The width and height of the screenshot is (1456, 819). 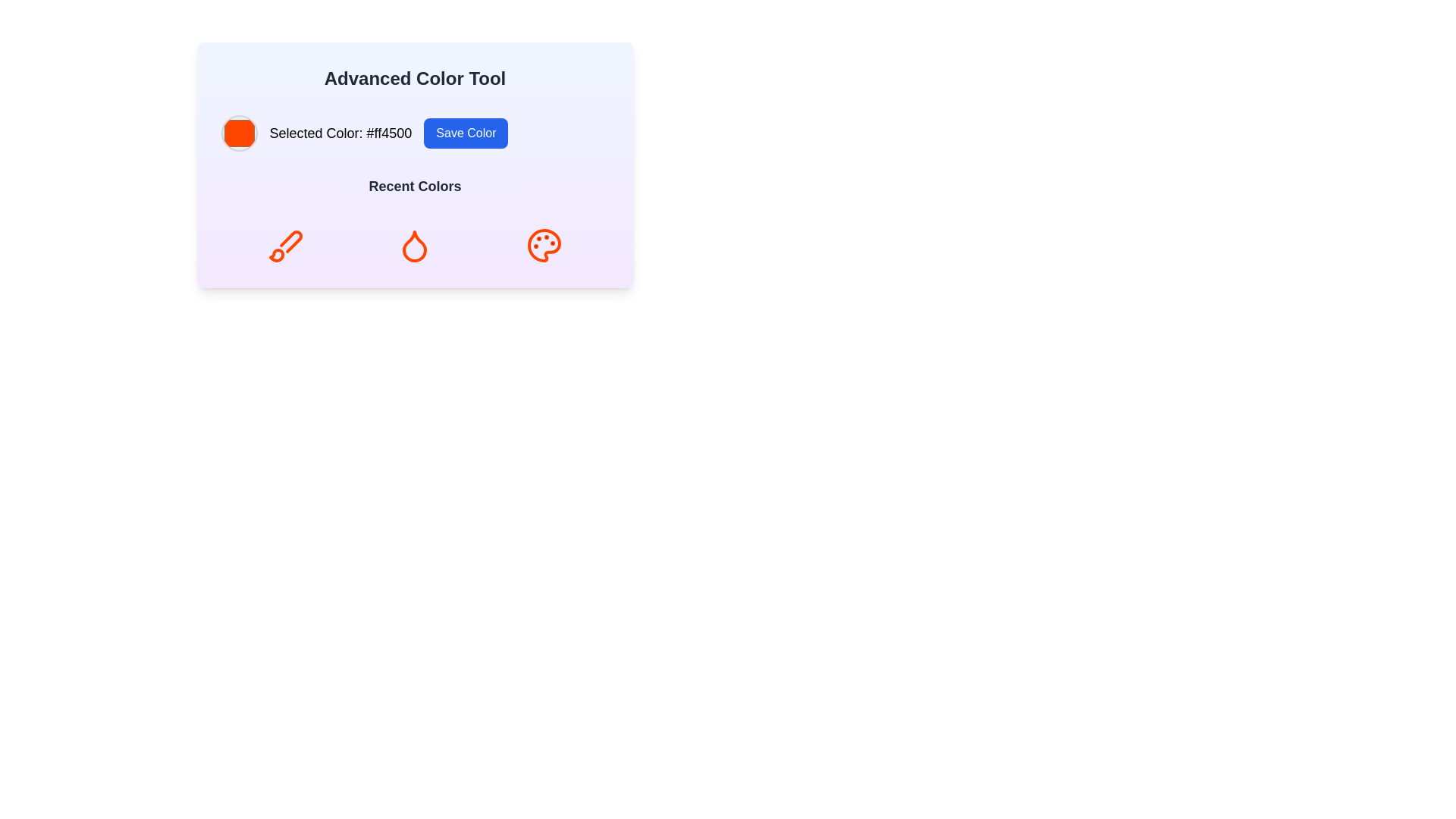 I want to click on the leftmost red paintbrush icon, which is styled in a simple and modern design, so click(x=285, y=245).